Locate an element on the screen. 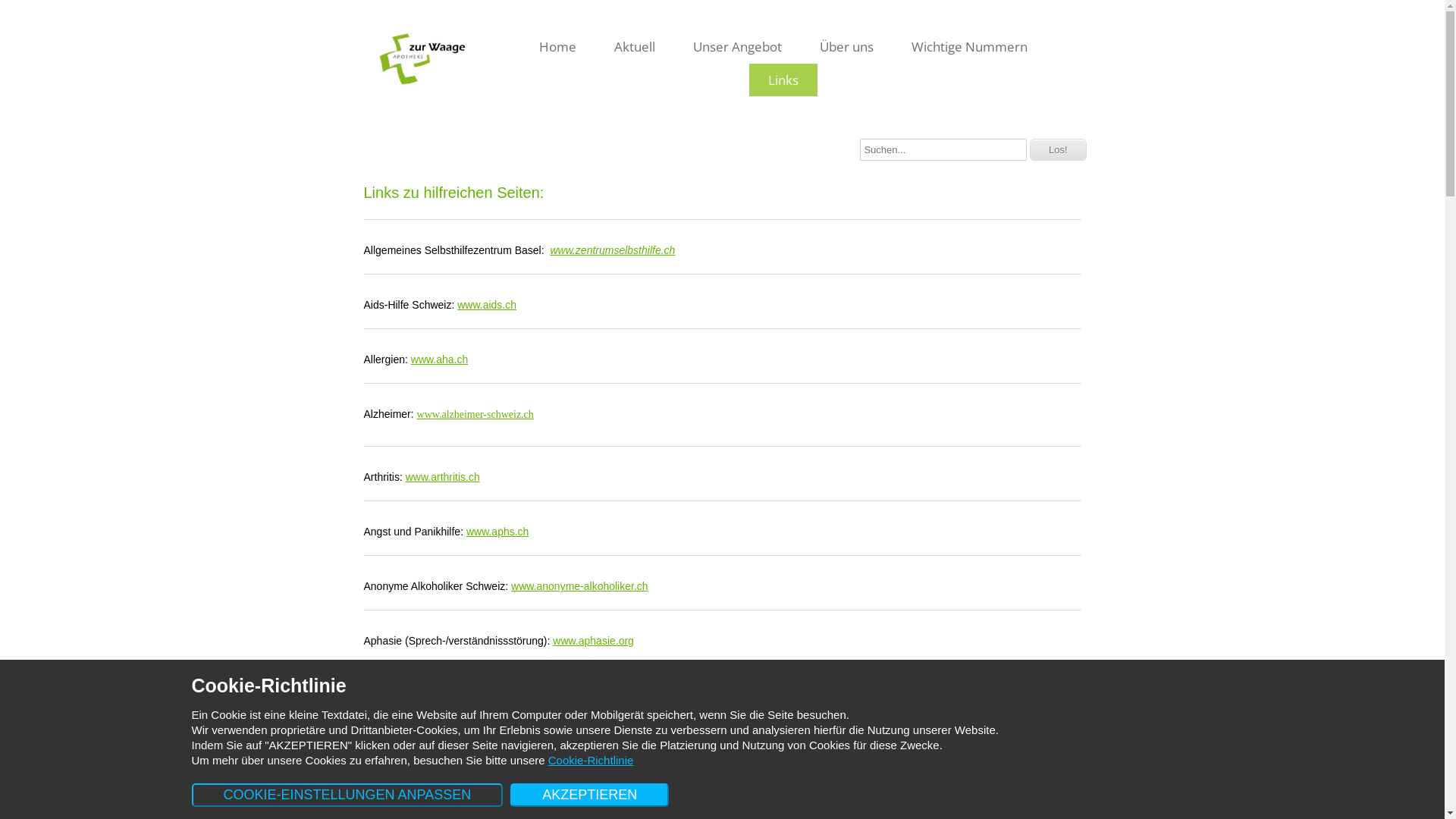 The height and width of the screenshot is (819, 1456). 'www.astrea-apotheke.ch' is located at coordinates (505, 695).